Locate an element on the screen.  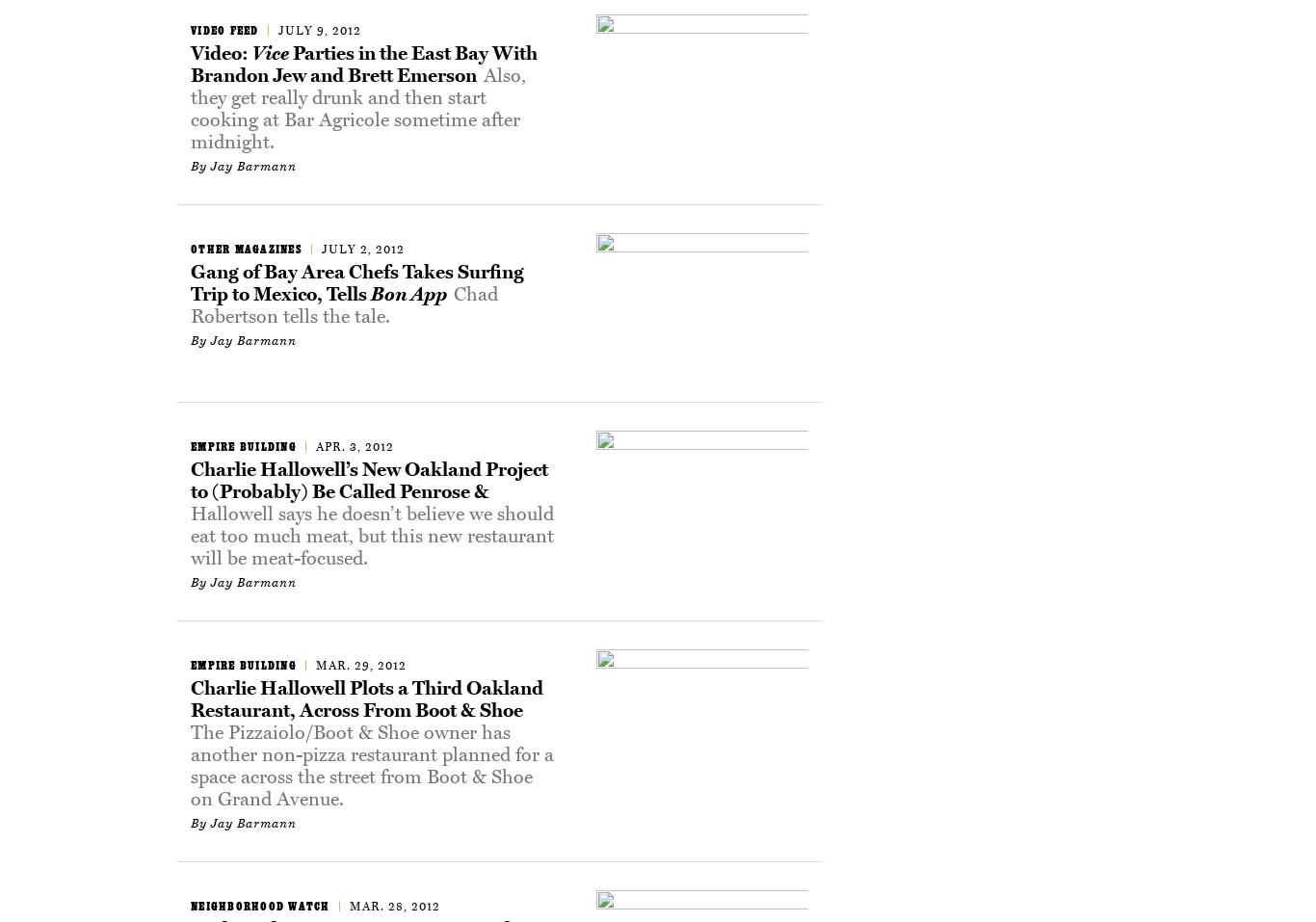
'Mar. 29, 2012' is located at coordinates (315, 664).